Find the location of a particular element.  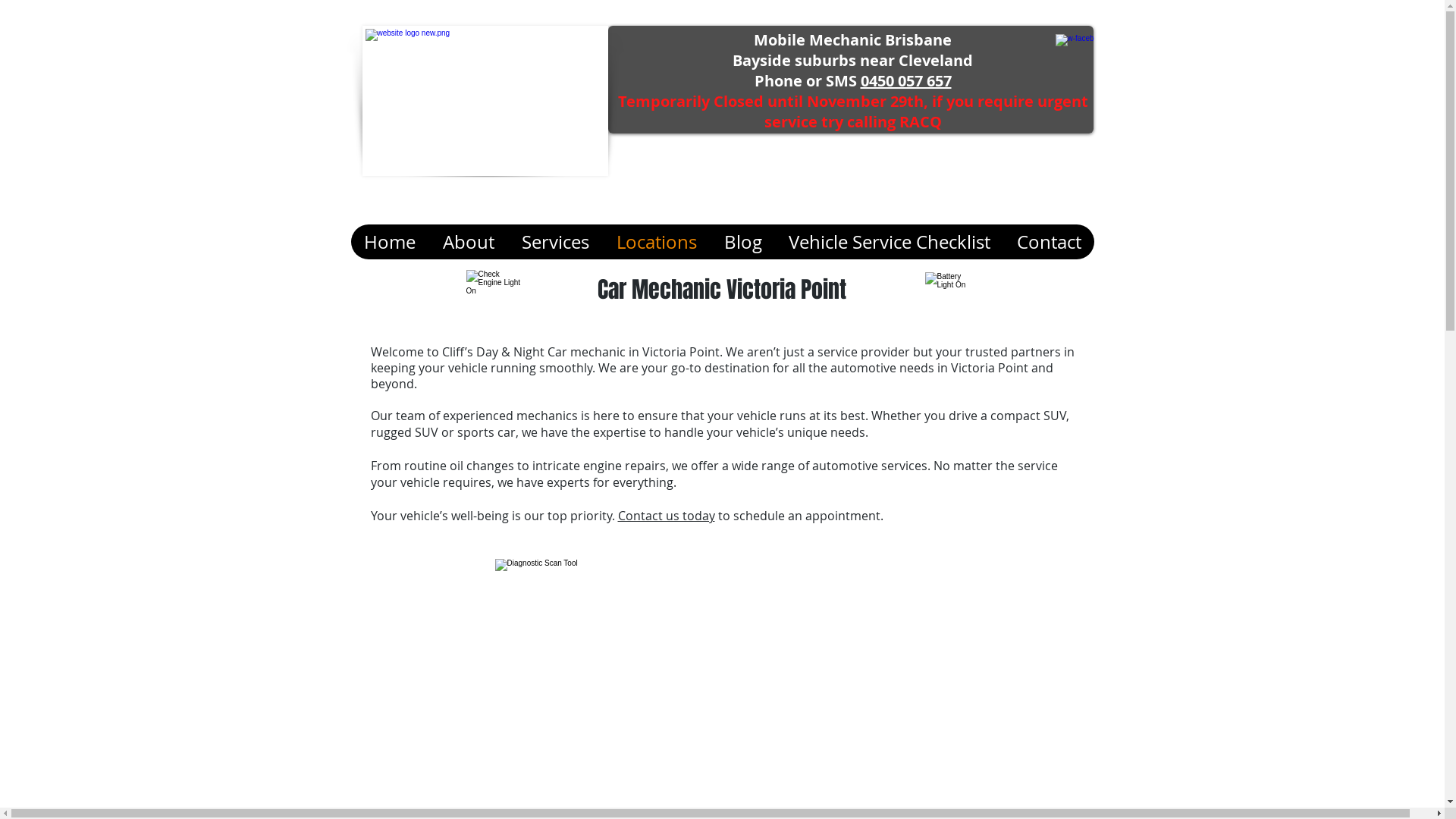

'Blog' is located at coordinates (742, 241).